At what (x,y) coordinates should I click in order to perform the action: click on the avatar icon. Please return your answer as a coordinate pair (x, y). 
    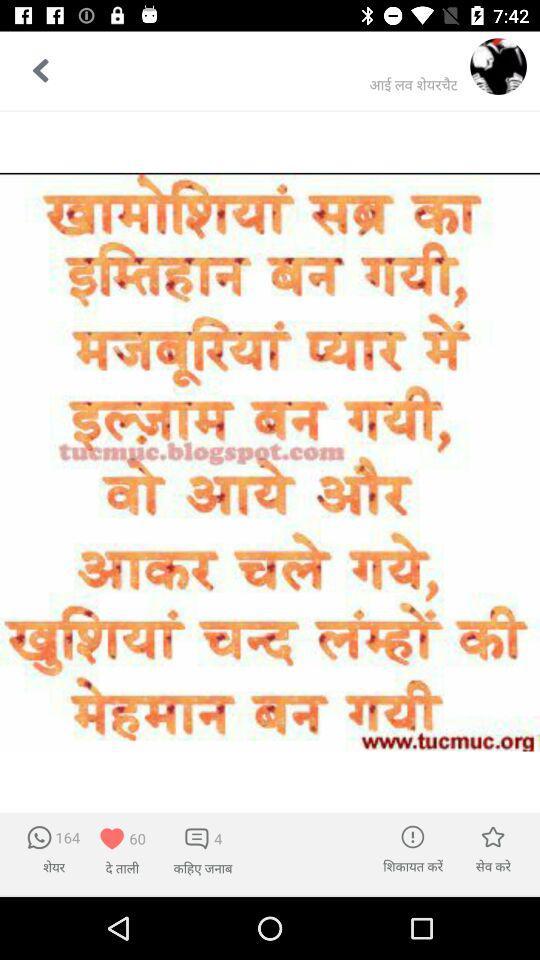
    Looking at the image, I should click on (497, 66).